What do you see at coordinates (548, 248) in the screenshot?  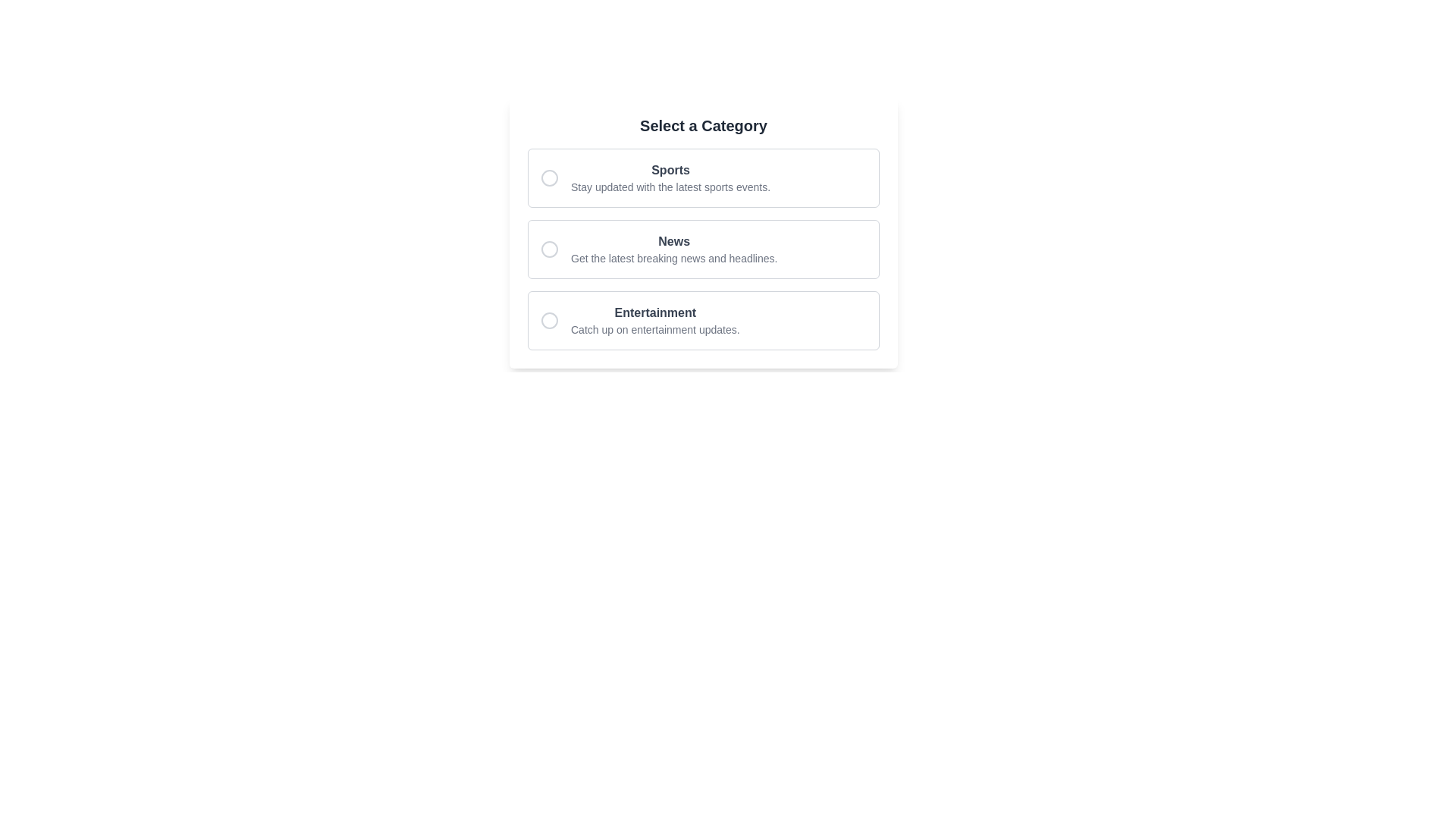 I see `the inner circle of the radio button` at bounding box center [548, 248].